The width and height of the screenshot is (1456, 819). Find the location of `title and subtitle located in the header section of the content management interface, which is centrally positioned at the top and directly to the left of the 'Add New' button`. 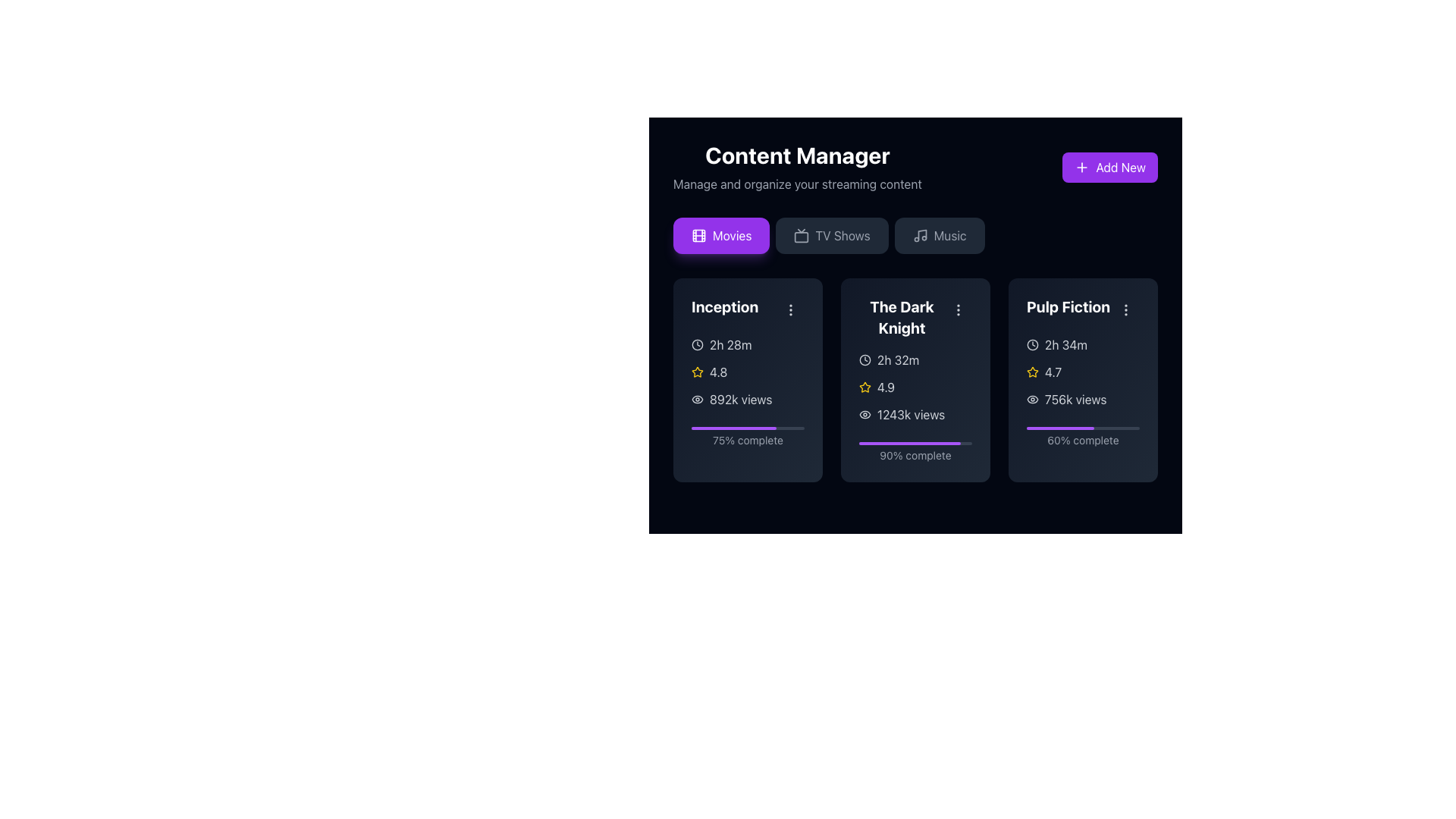

title and subtitle located in the header section of the content management interface, which is centrally positioned at the top and directly to the left of the 'Add New' button is located at coordinates (796, 167).